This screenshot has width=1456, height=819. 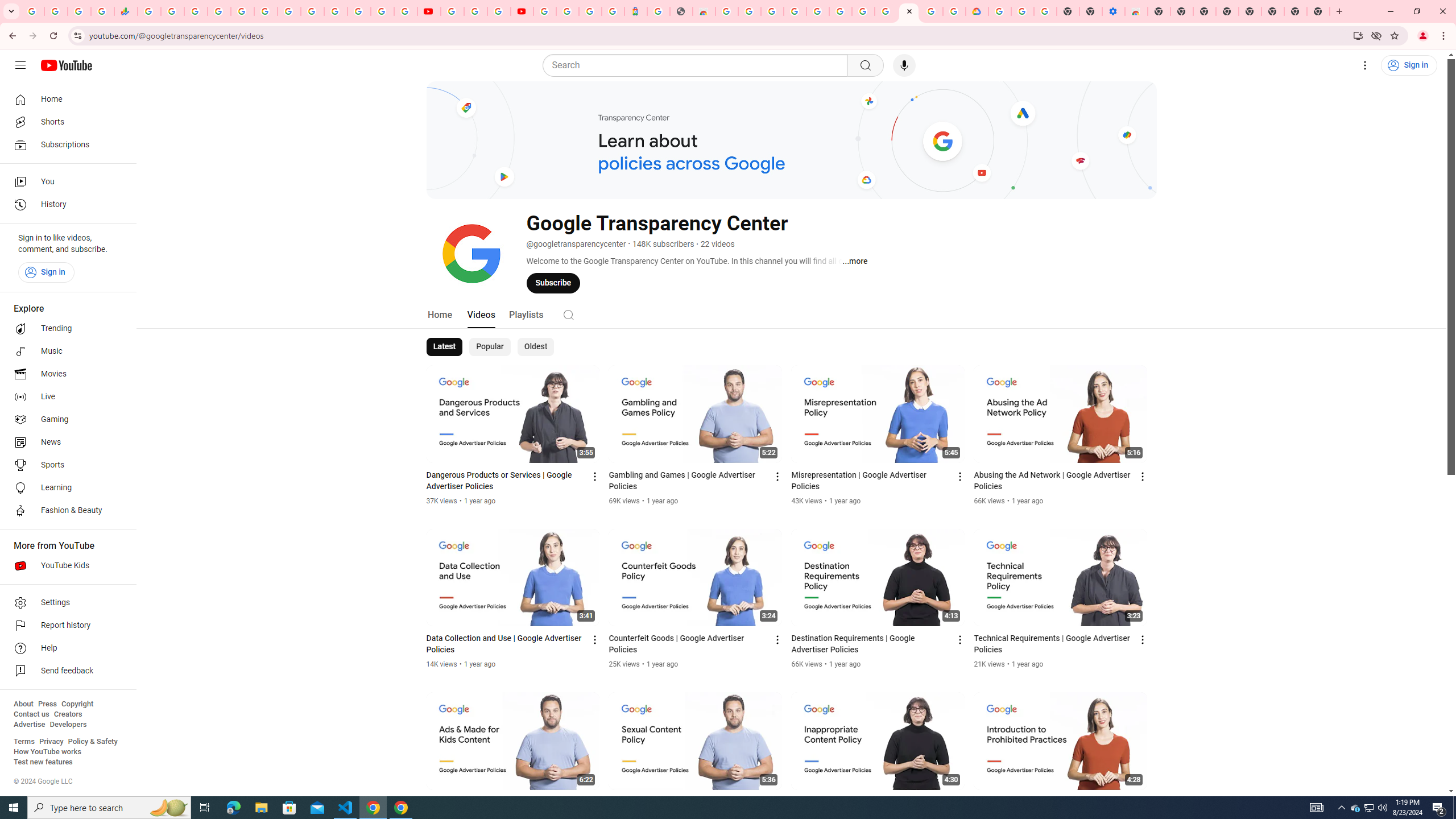 I want to click on 'Search', so click(x=698, y=65).